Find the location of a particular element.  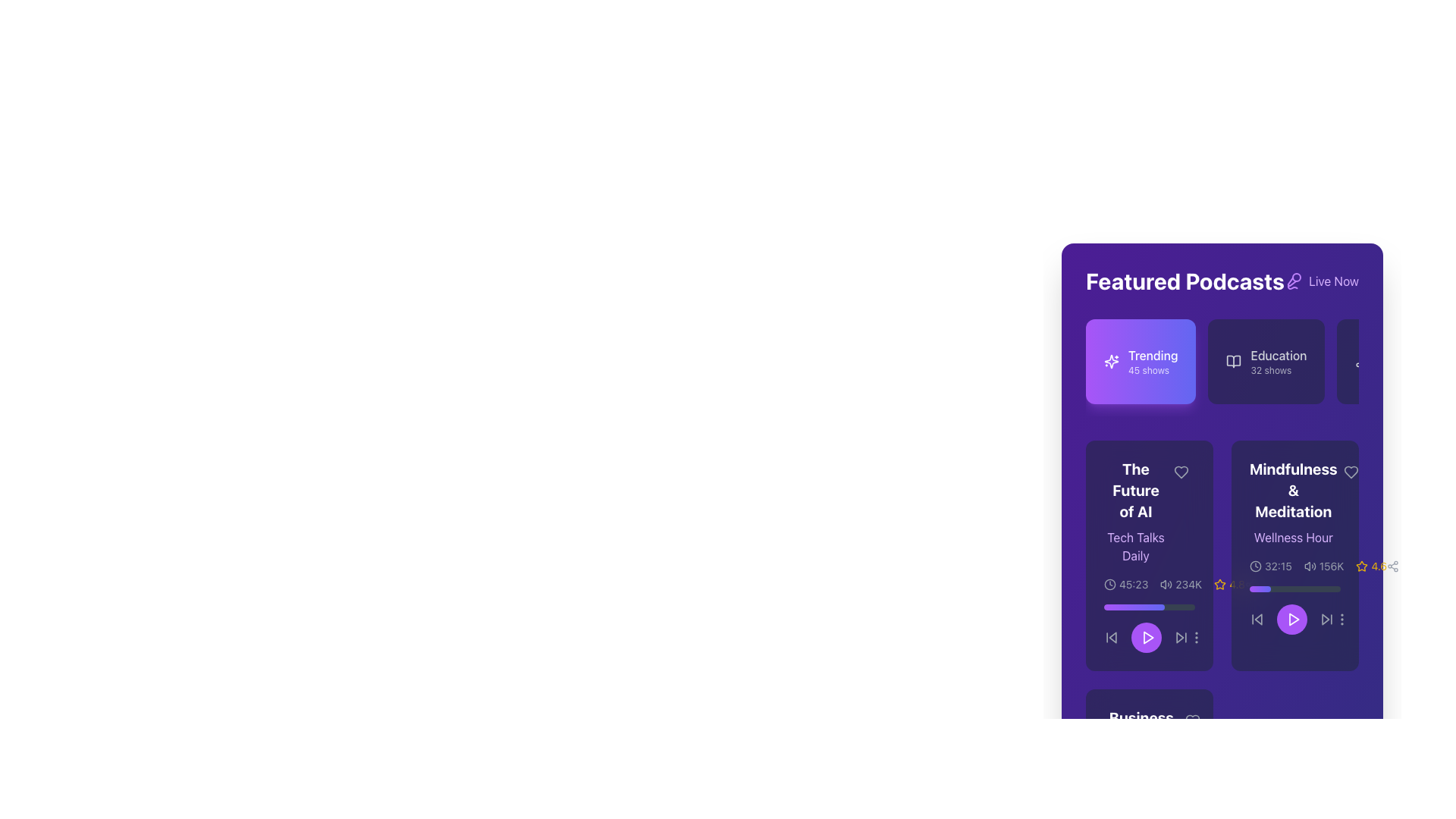

the time duration text label located to the right of the clock icon within the 'Mindfulness & Meditation' card in the 'Featured Podcasts' section is located at coordinates (1277, 566).